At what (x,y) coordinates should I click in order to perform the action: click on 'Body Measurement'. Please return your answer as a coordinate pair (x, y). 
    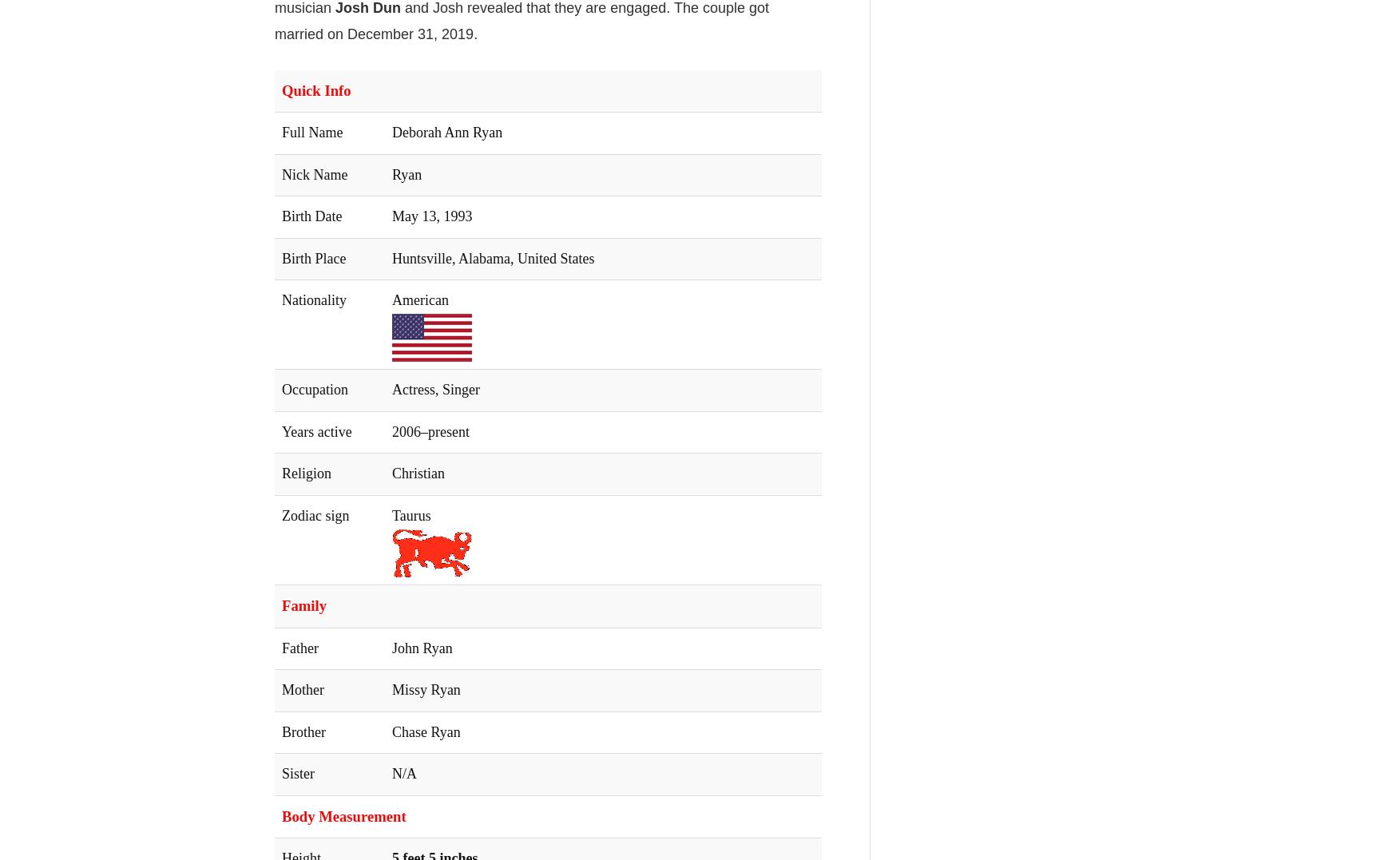
    Looking at the image, I should click on (343, 814).